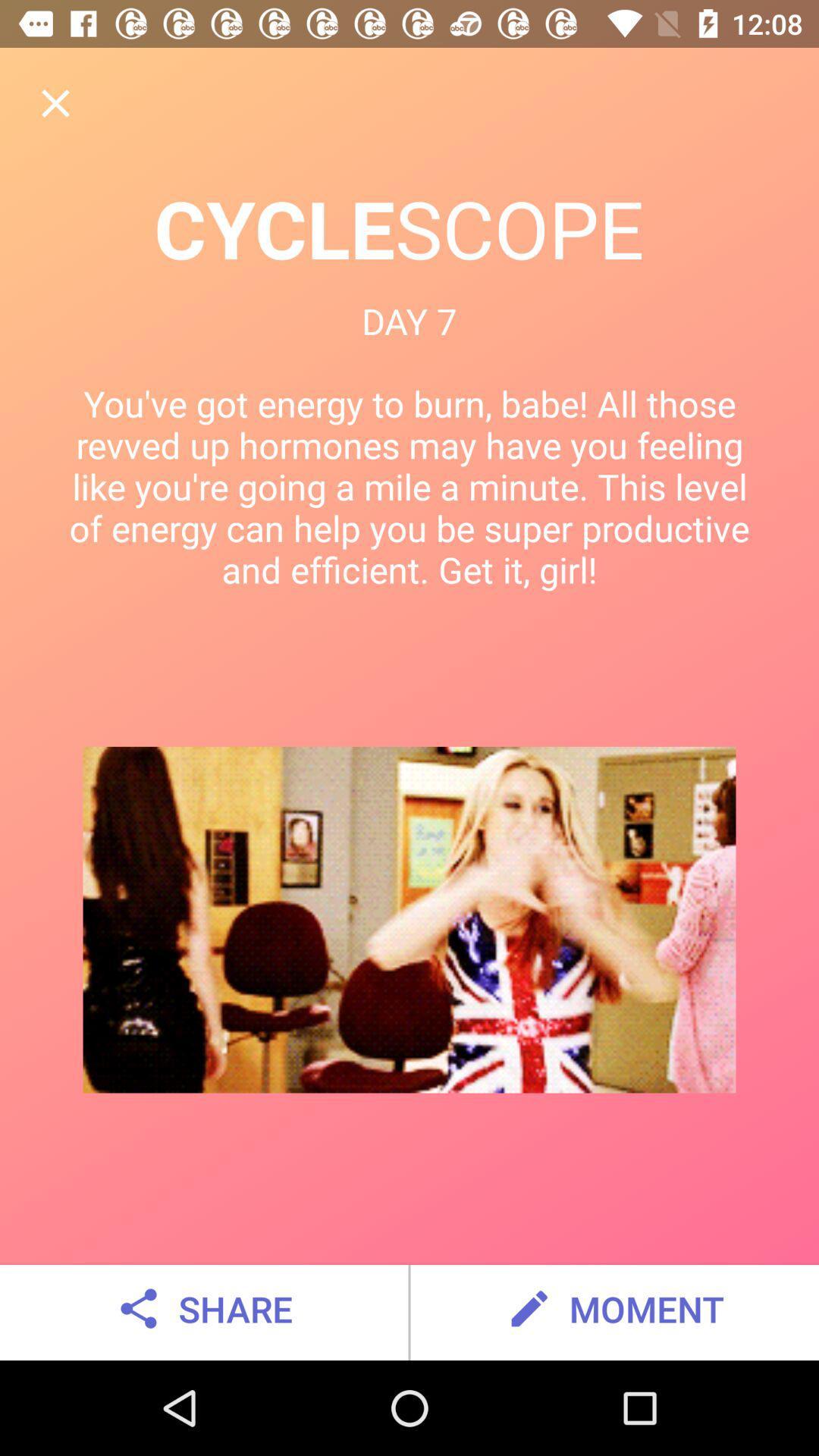  What do you see at coordinates (55, 102) in the screenshot?
I see `item above cyclescope  item` at bounding box center [55, 102].